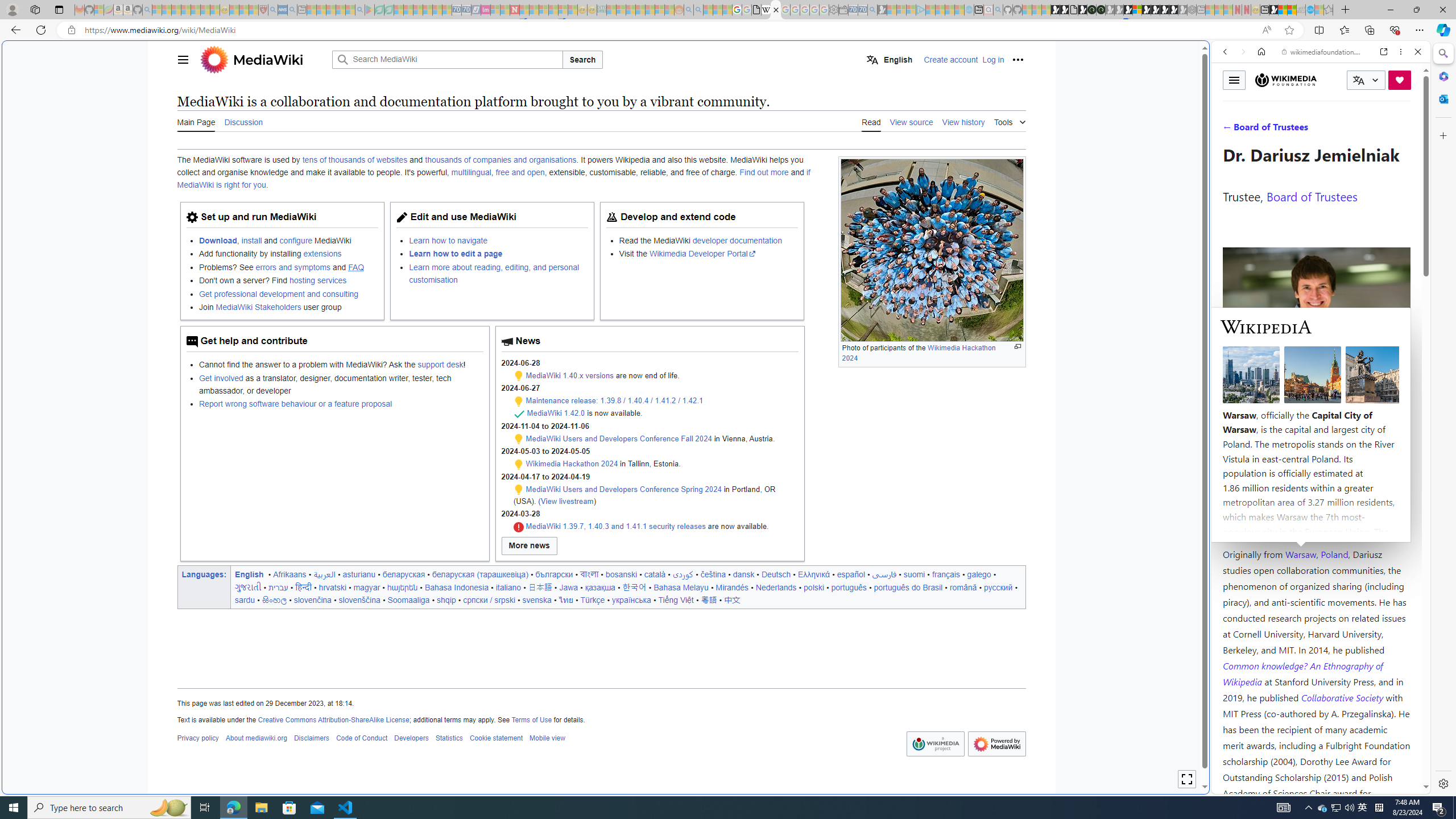 This screenshot has height=819, width=1456. I want to click on 'Class: i icon icon-translate language-switcher__icon', so click(1358, 80).